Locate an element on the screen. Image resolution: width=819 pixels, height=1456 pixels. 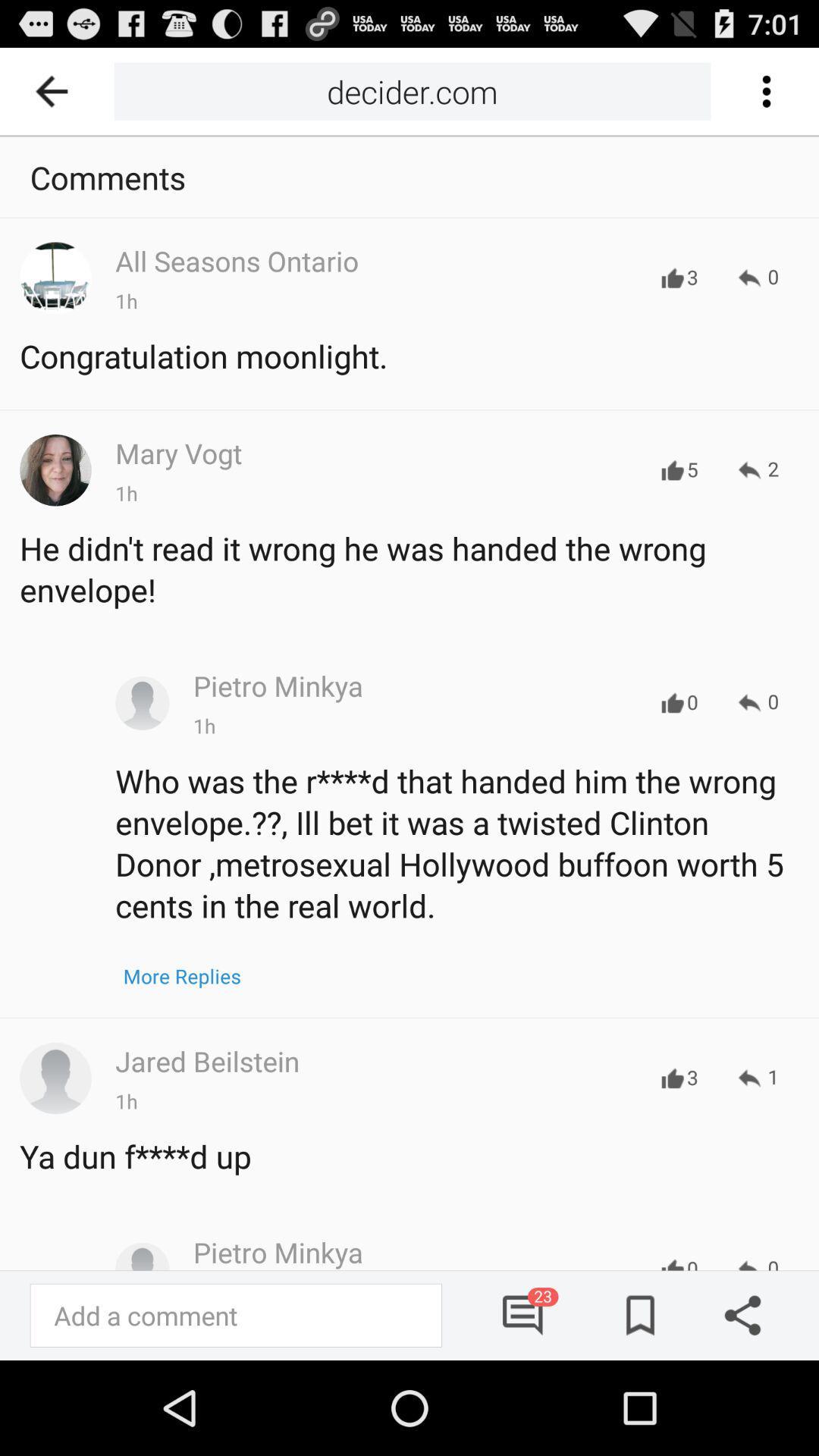
profile of pietro minkya is located at coordinates (142, 702).